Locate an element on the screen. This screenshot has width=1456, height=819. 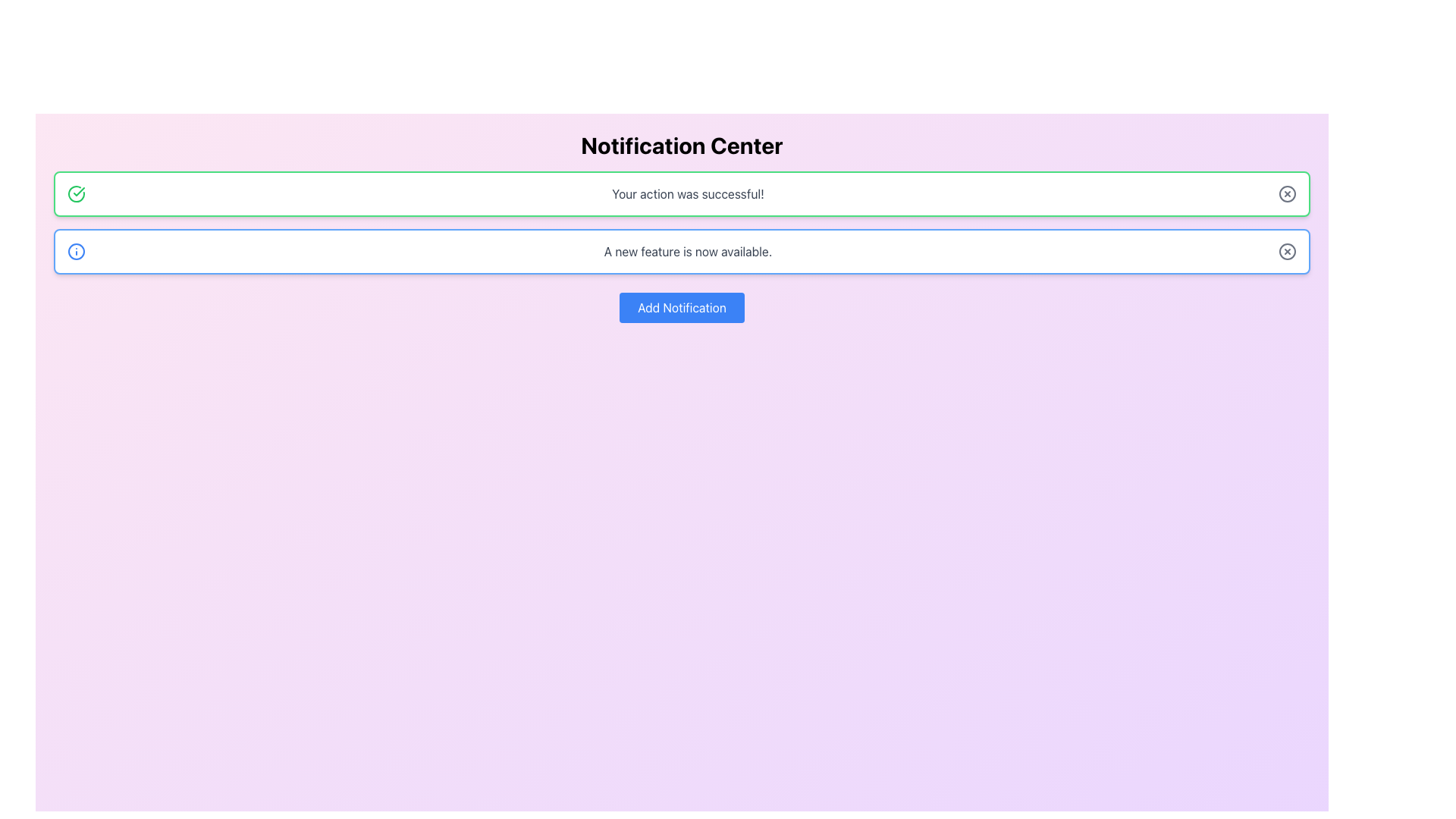
the circular graphical component element, which is a blue-bordered circle with a white center located to the left of the text 'A new feature is now available.' in the second notification bubble is located at coordinates (75, 250).